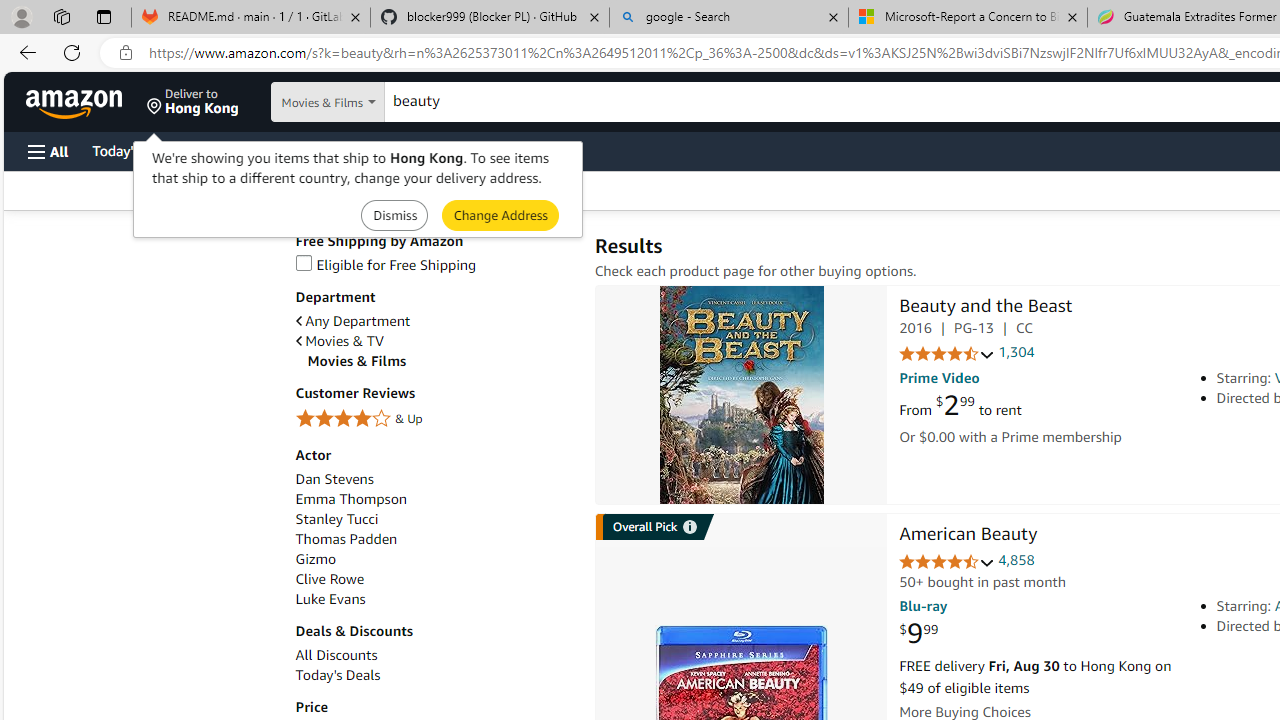  Describe the element at coordinates (938, 378) in the screenshot. I see `'Prime Video'` at that location.